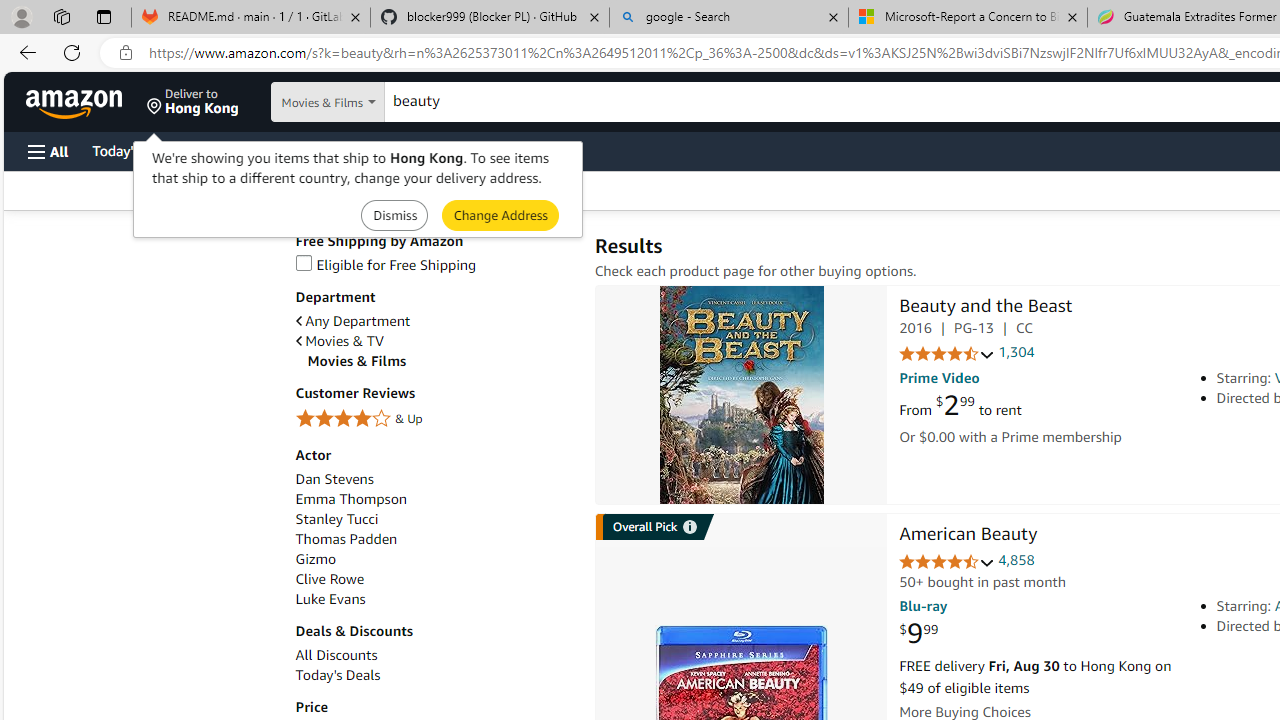  Describe the element at coordinates (938, 378) in the screenshot. I see `'Prime Video'` at that location.